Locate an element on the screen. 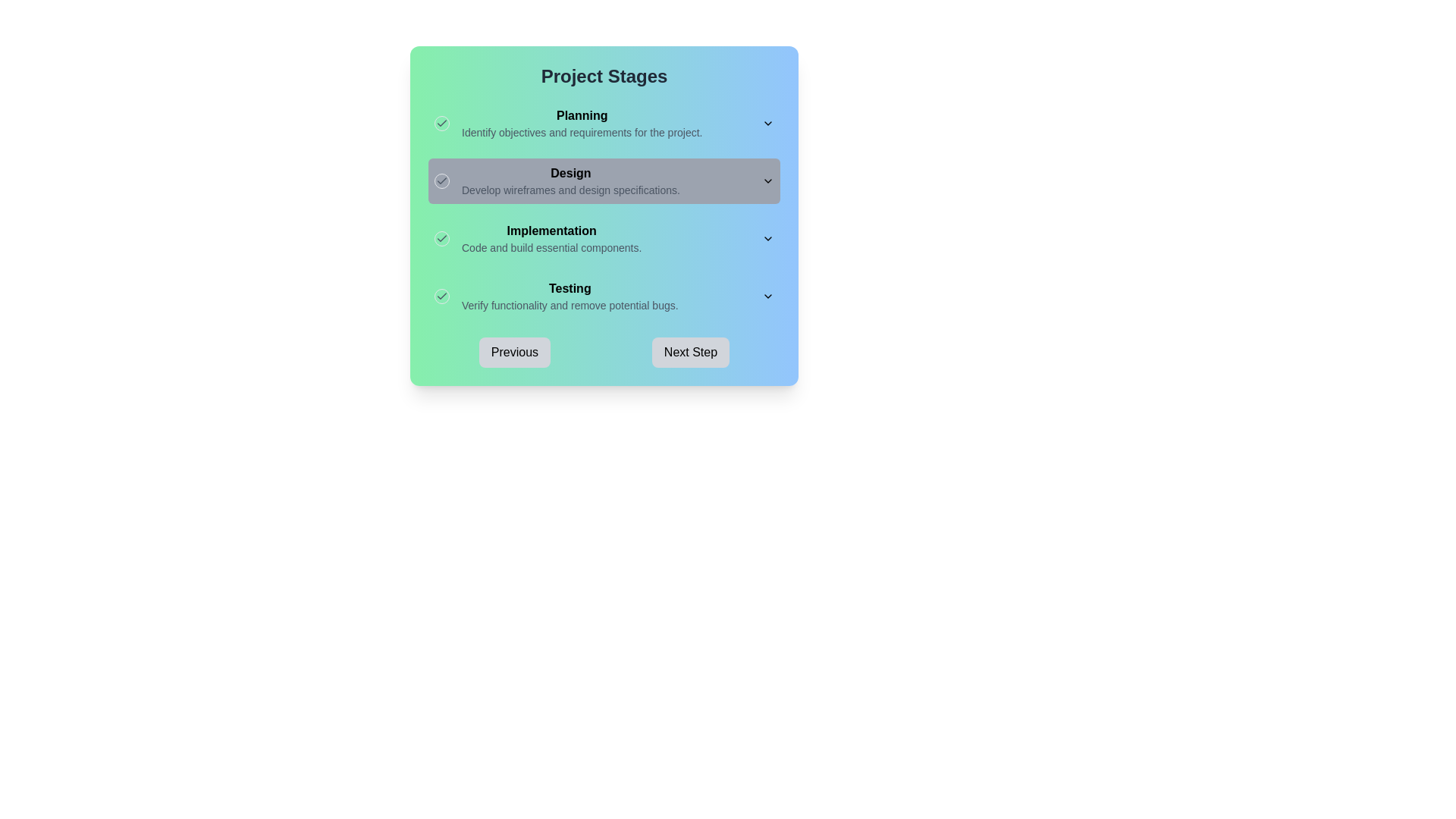 The image size is (1456, 819). the Checkbox styled icon located is located at coordinates (441, 122).